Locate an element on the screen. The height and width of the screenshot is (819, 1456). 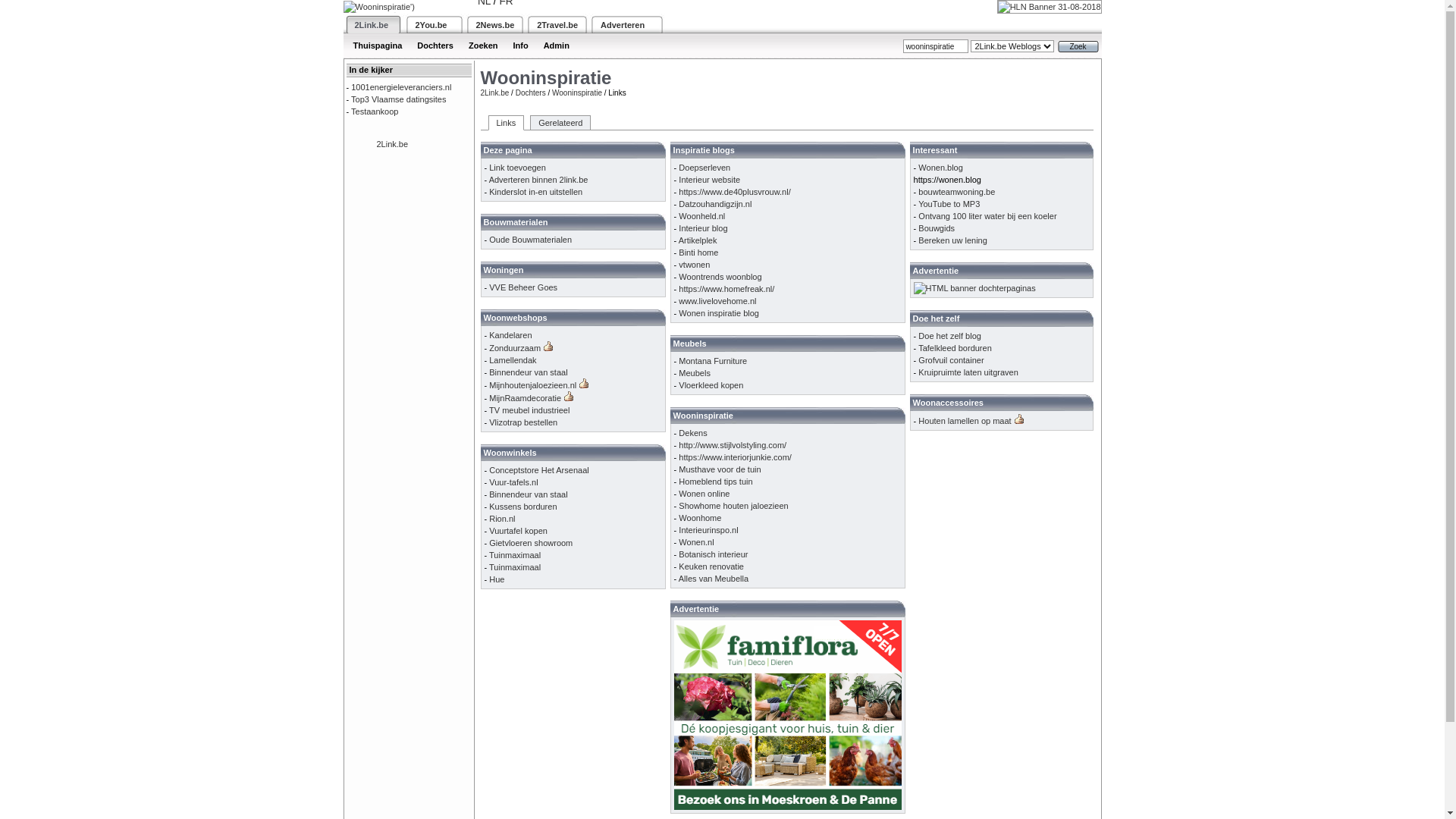
'TV meubel industrieel' is located at coordinates (529, 409).